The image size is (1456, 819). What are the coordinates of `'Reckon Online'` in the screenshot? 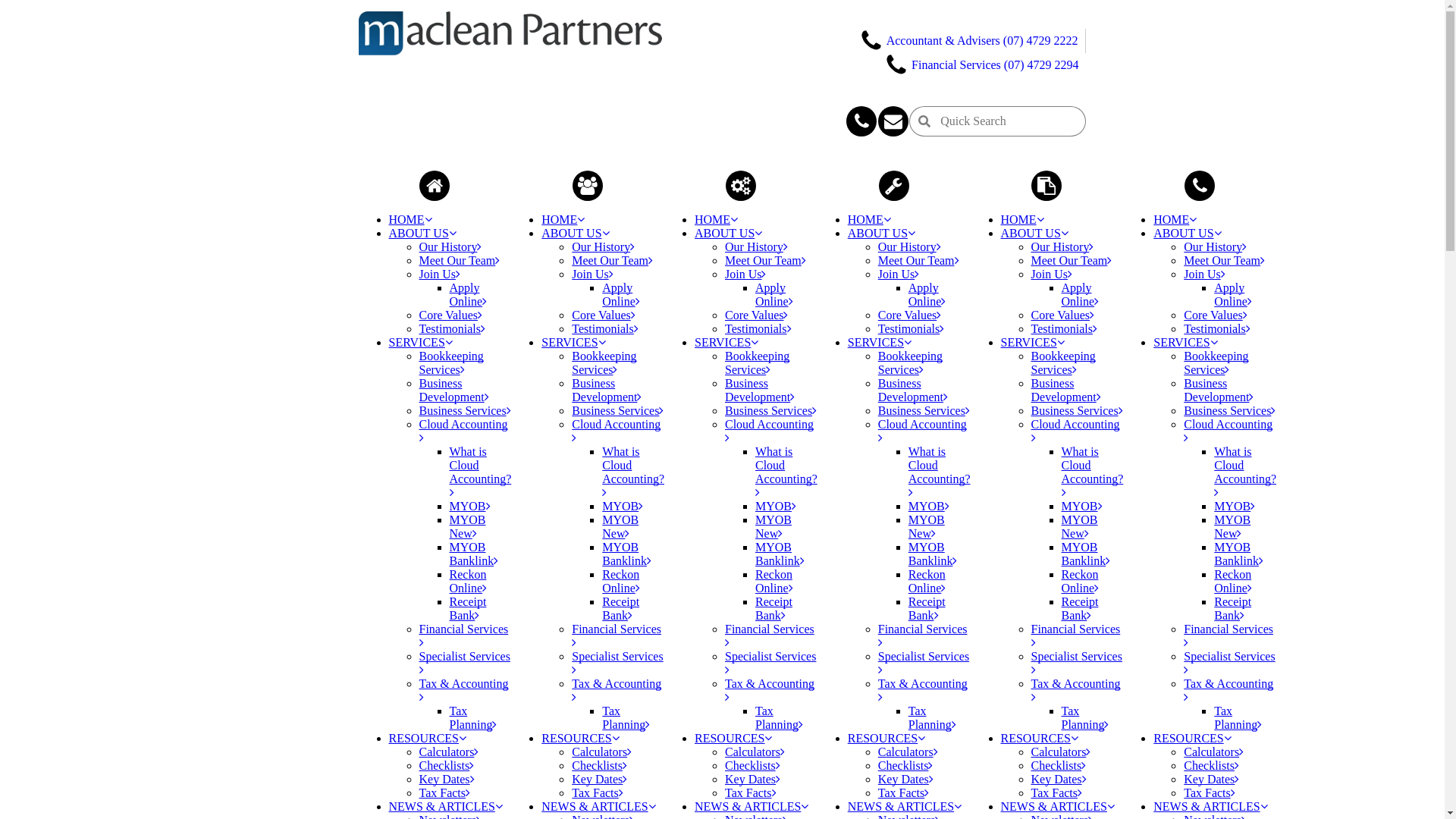 It's located at (927, 580).